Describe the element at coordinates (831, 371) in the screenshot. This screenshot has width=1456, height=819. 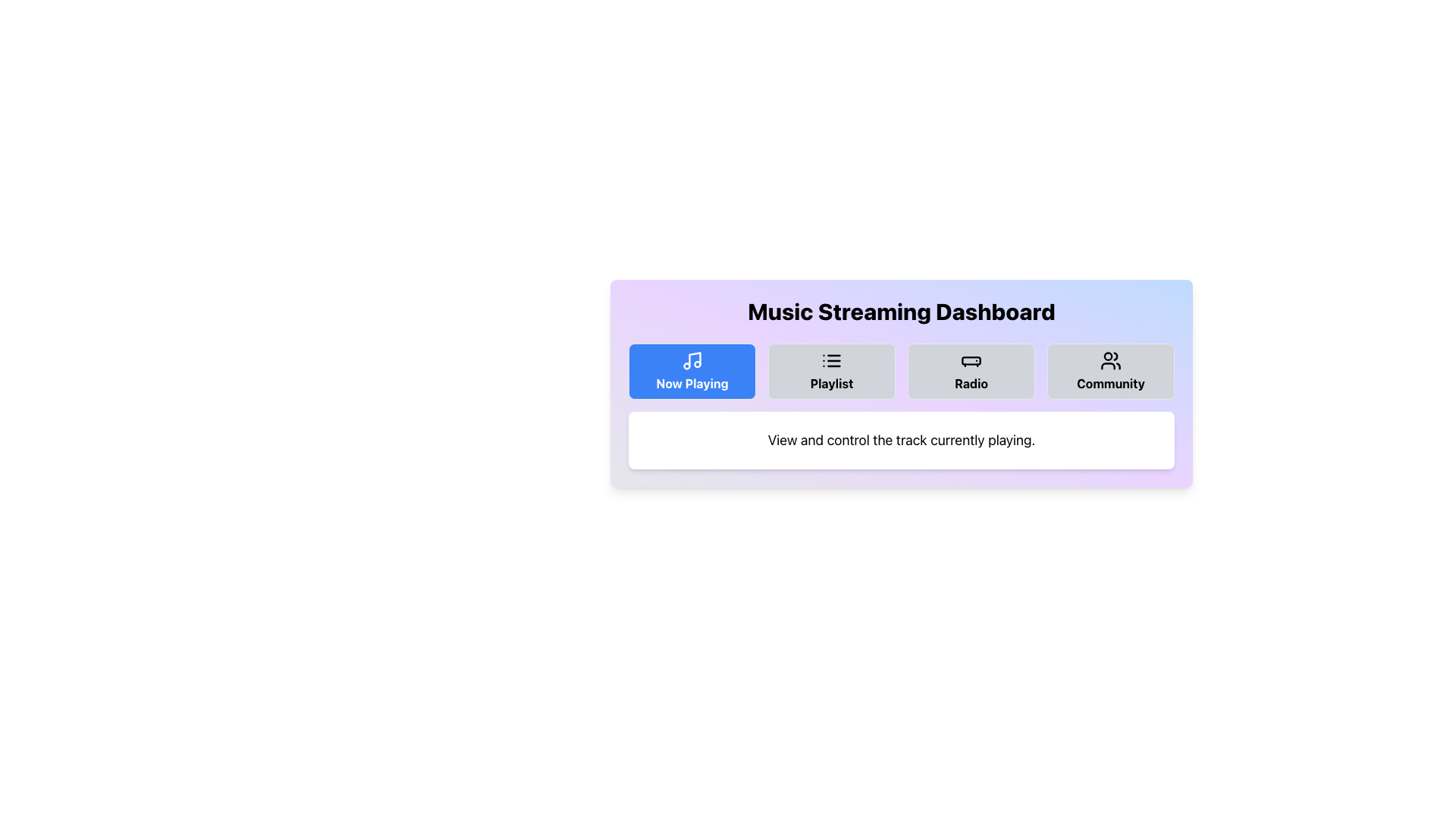
I see `the 'Playlist' button with a gray background and black text, which features a list icon above the label` at that location.